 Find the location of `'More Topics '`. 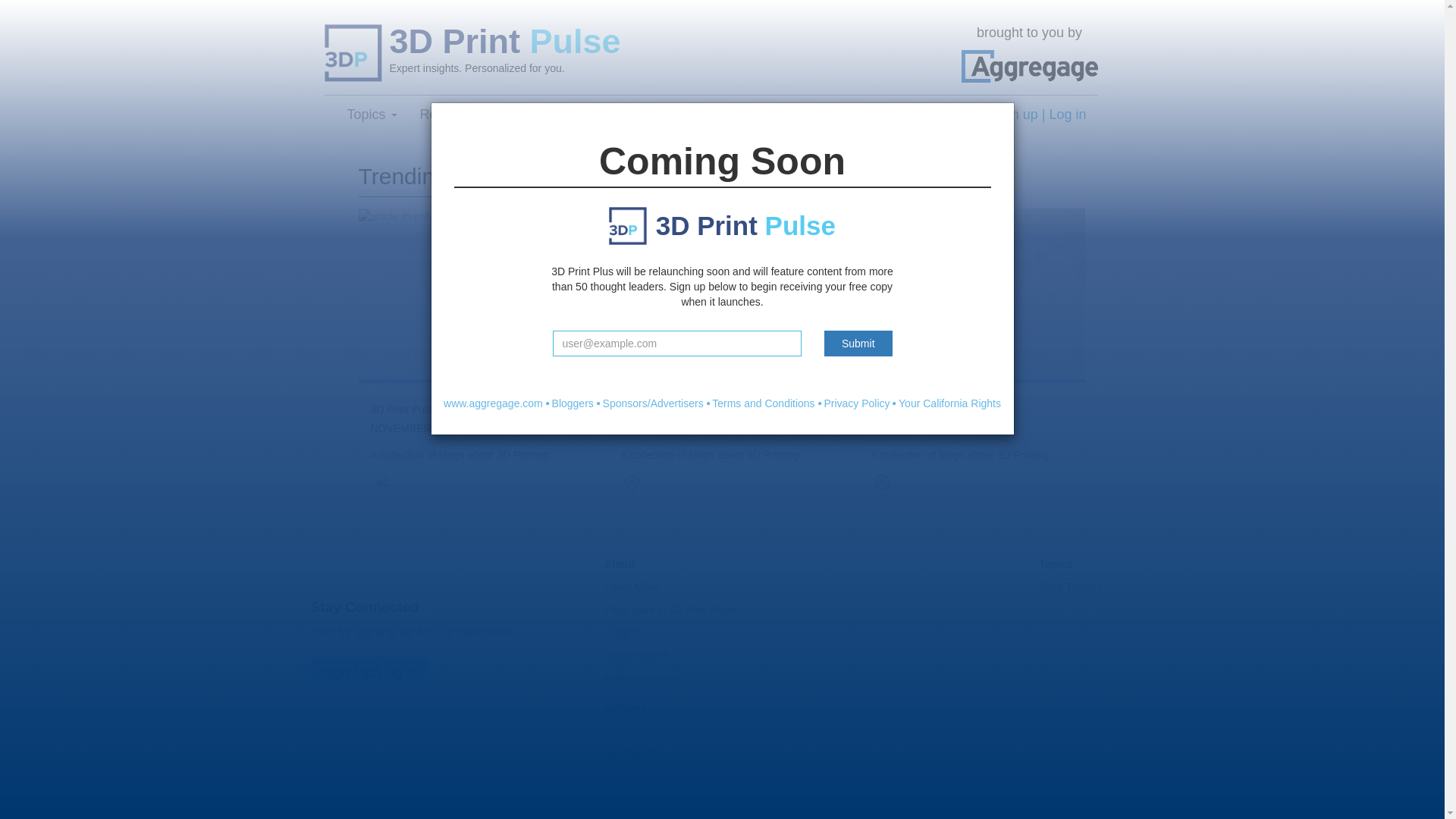

'More Topics ' is located at coordinates (1069, 586).